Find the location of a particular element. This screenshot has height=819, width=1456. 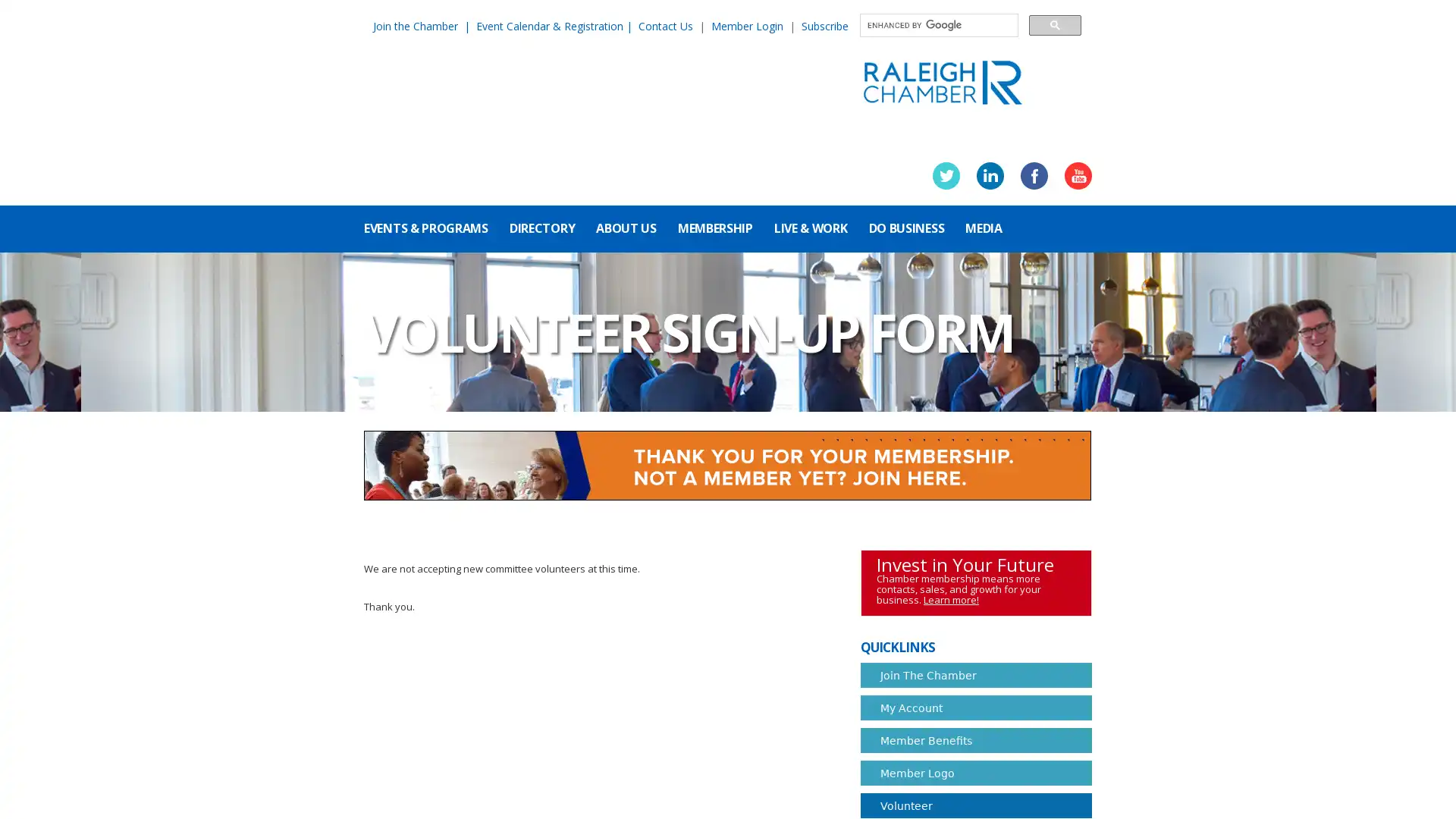

search is located at coordinates (1054, 24).